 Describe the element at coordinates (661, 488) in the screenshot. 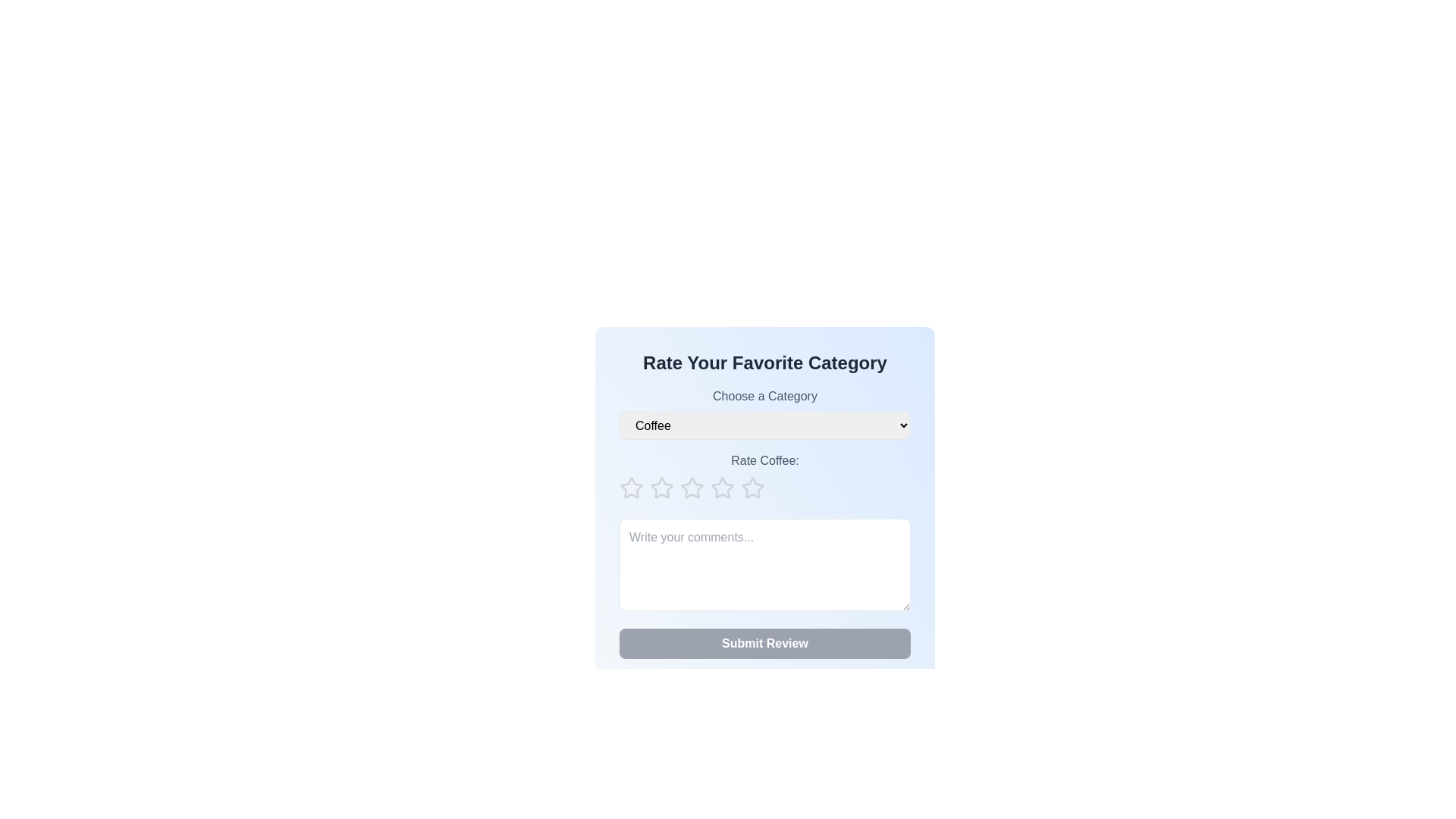

I see `the first rating star located under the heading 'Rate Coffee:'` at that location.